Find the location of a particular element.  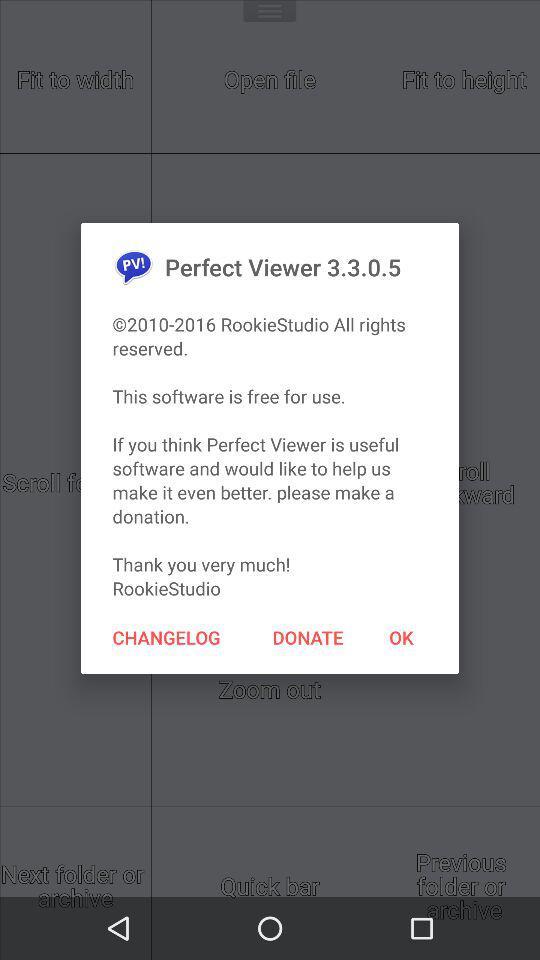

icon next to the ok item is located at coordinates (308, 636).